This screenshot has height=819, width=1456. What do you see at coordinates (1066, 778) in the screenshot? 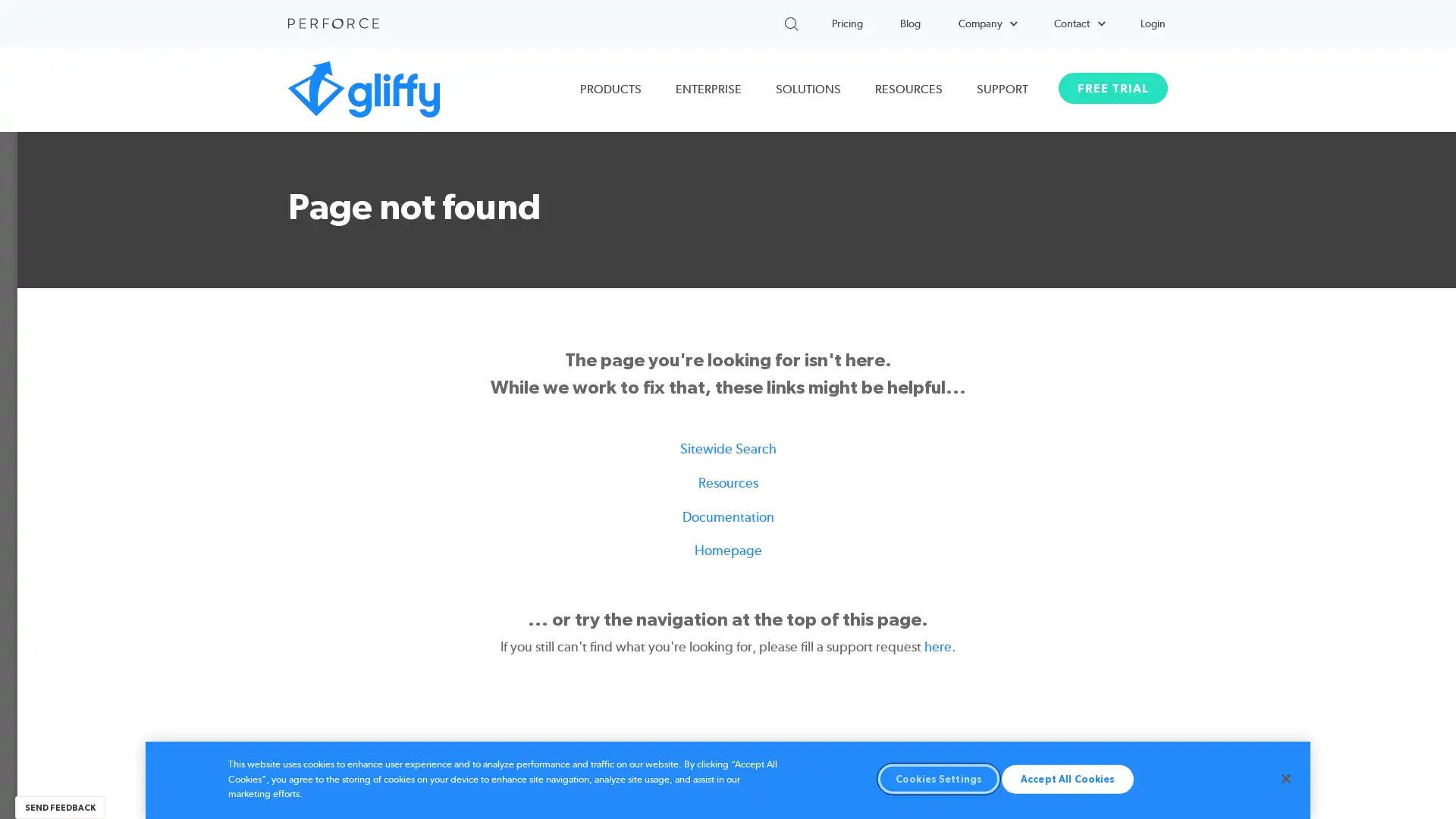
I see `Accept All Cookies` at bounding box center [1066, 778].